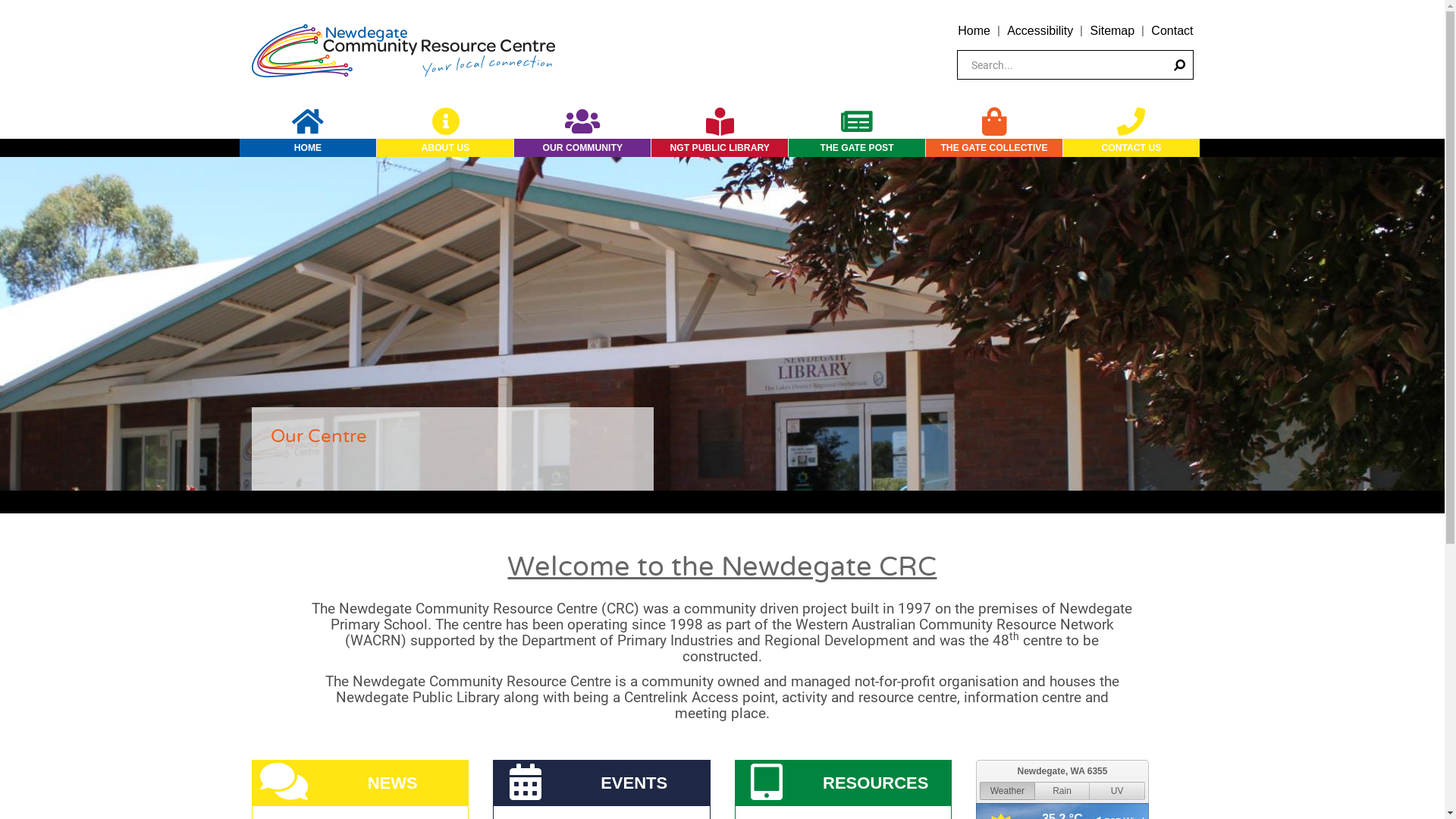 This screenshot has height=819, width=1456. Describe the element at coordinates (1039, 30) in the screenshot. I see `'Accessibility'` at that location.